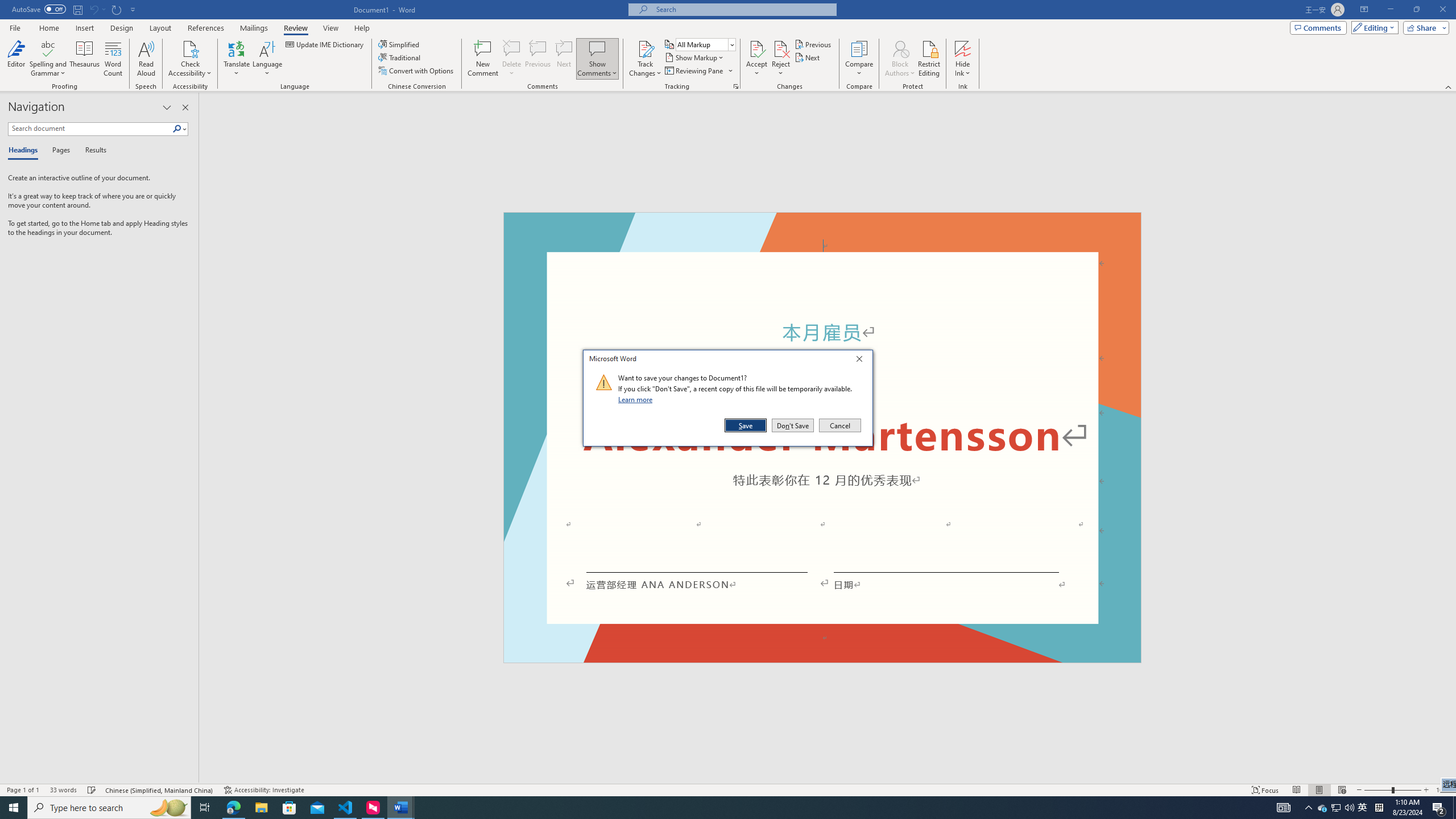 The image size is (1456, 819). What do you see at coordinates (190, 59) in the screenshot?
I see `'Check Accessibility'` at bounding box center [190, 59].